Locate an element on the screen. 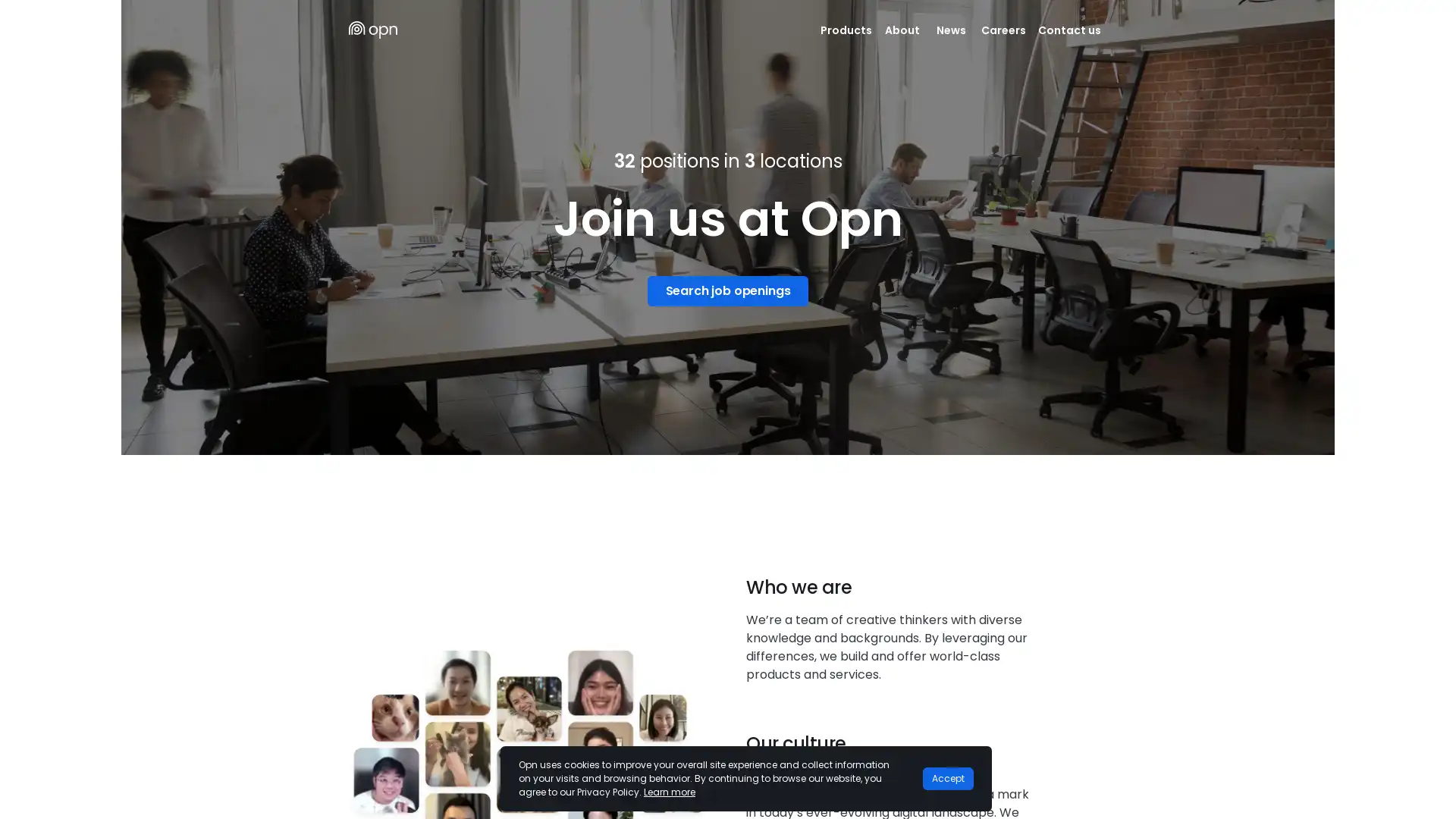 The image size is (1456, 819). Accept is located at coordinates (947, 778).